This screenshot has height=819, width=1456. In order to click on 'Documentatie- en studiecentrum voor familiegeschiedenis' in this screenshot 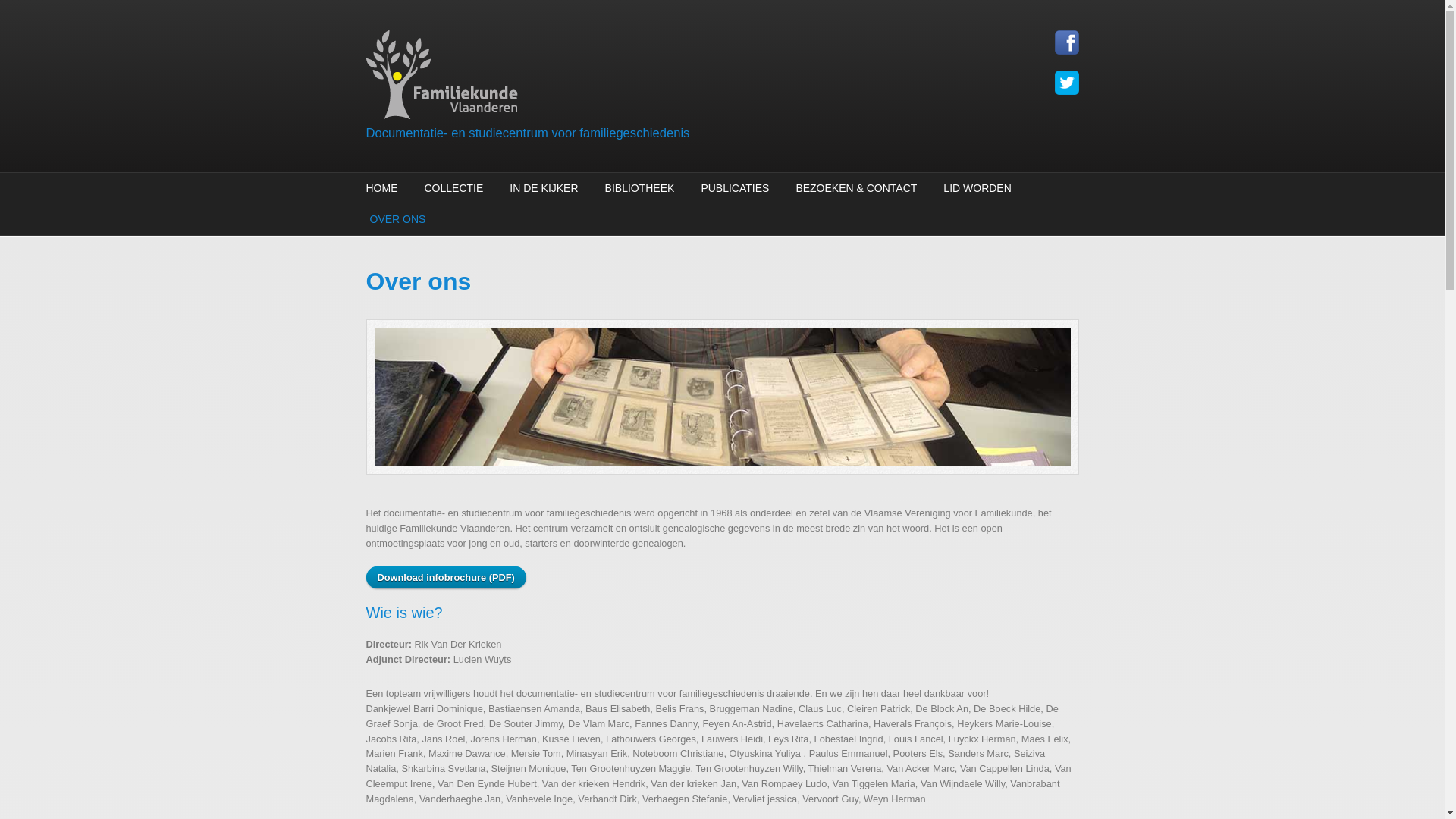, I will do `click(365, 132)`.